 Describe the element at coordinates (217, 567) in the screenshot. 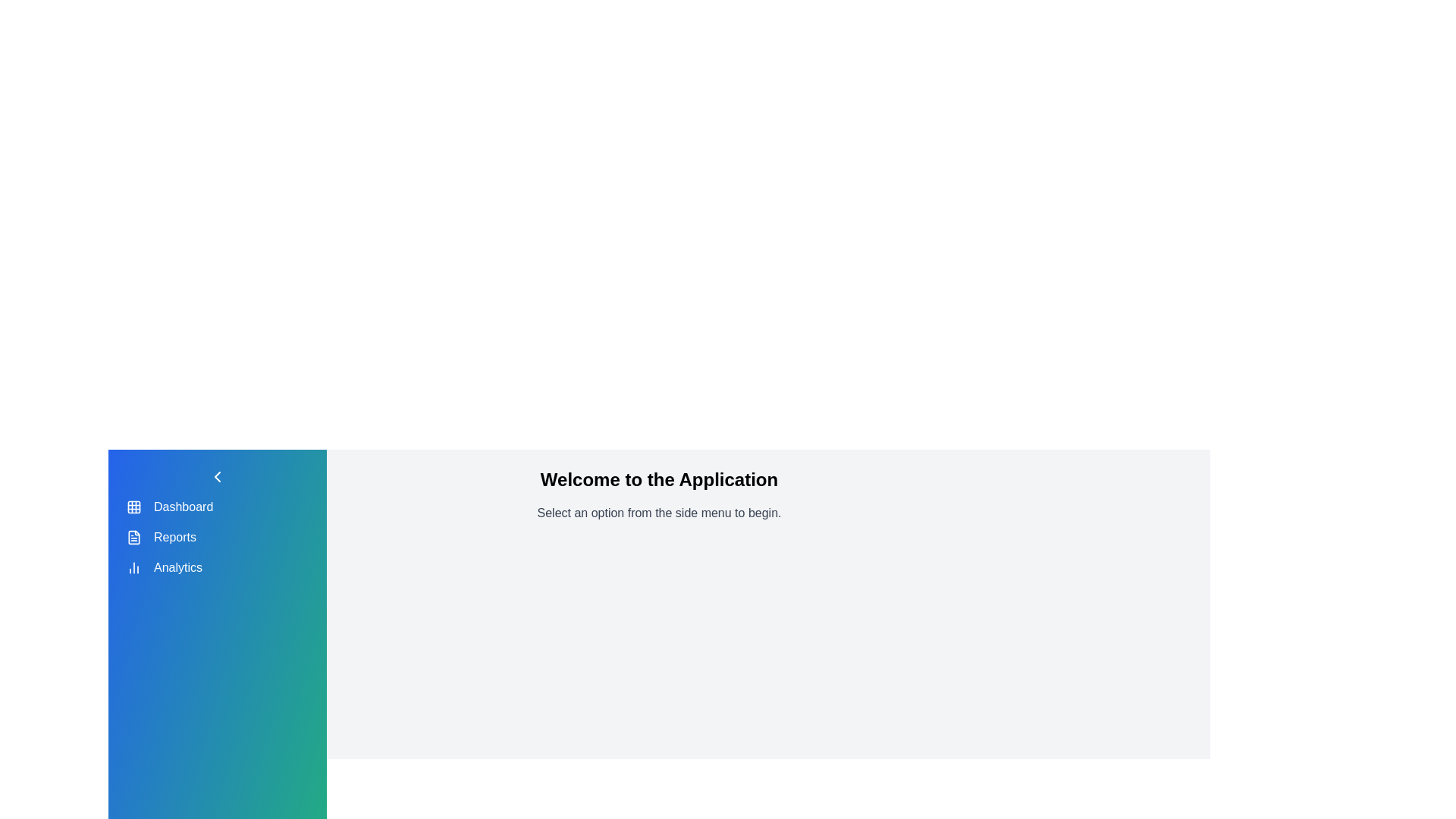

I see `the menu item Analytics from the sidebar` at that location.